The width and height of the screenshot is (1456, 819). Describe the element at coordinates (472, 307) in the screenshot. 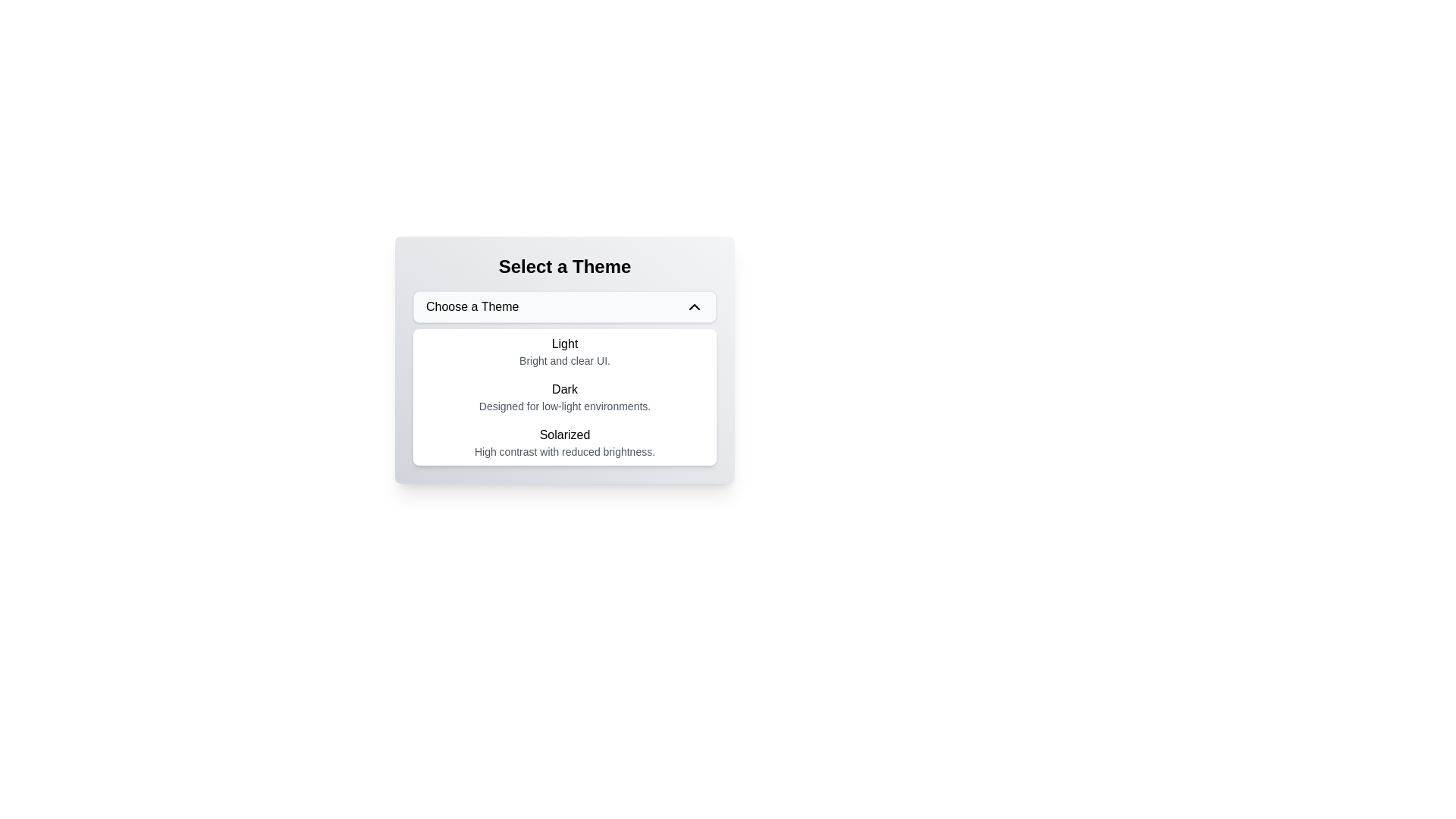

I see `the static text label displaying 'Choose a Theme', which is styled with a bold font and located within a light gray rounded rectangle in the dropdown header` at that location.